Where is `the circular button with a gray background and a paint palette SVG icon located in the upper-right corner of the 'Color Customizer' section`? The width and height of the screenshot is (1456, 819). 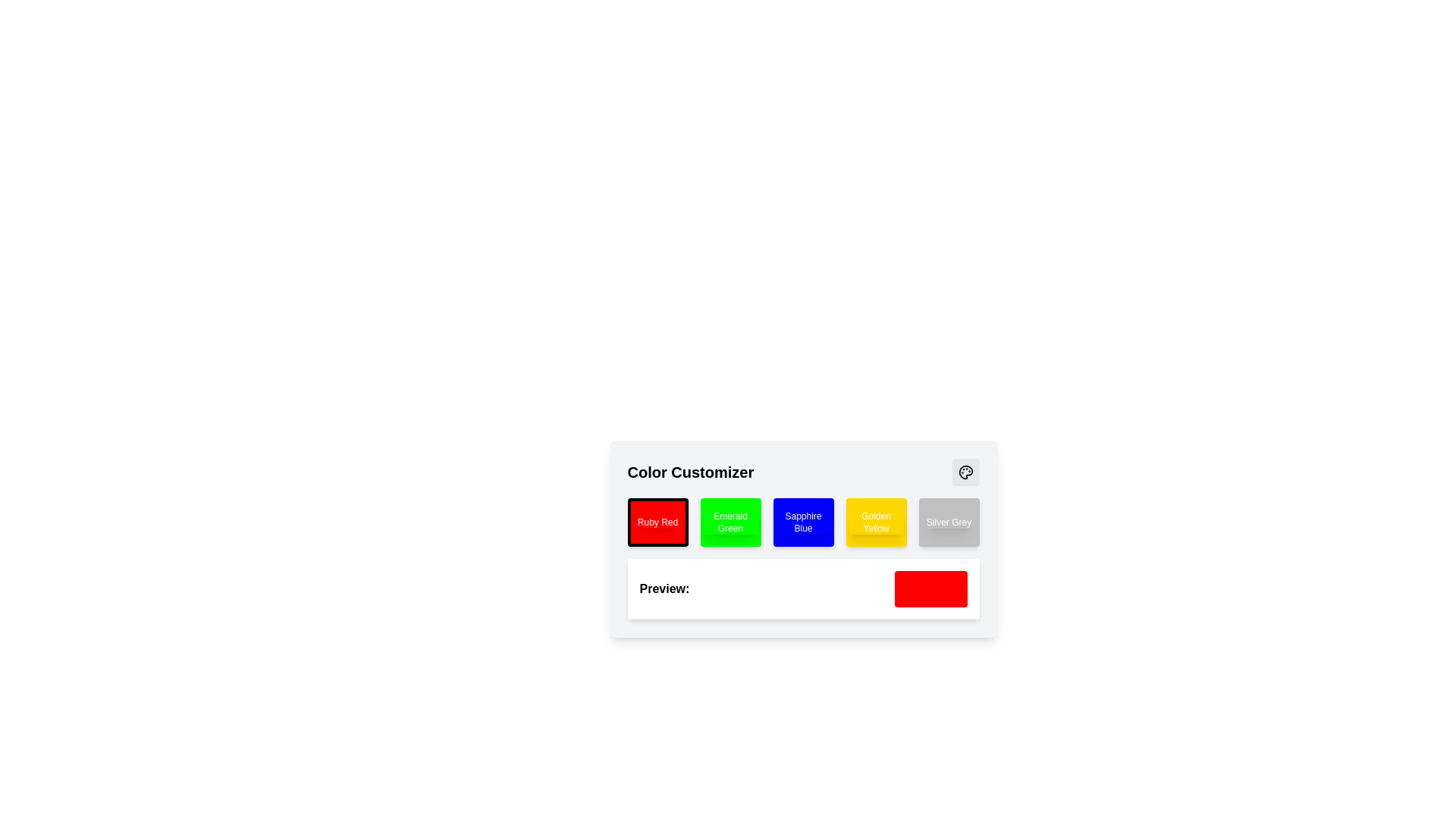 the circular button with a gray background and a paint palette SVG icon located in the upper-right corner of the 'Color Customizer' section is located at coordinates (965, 472).